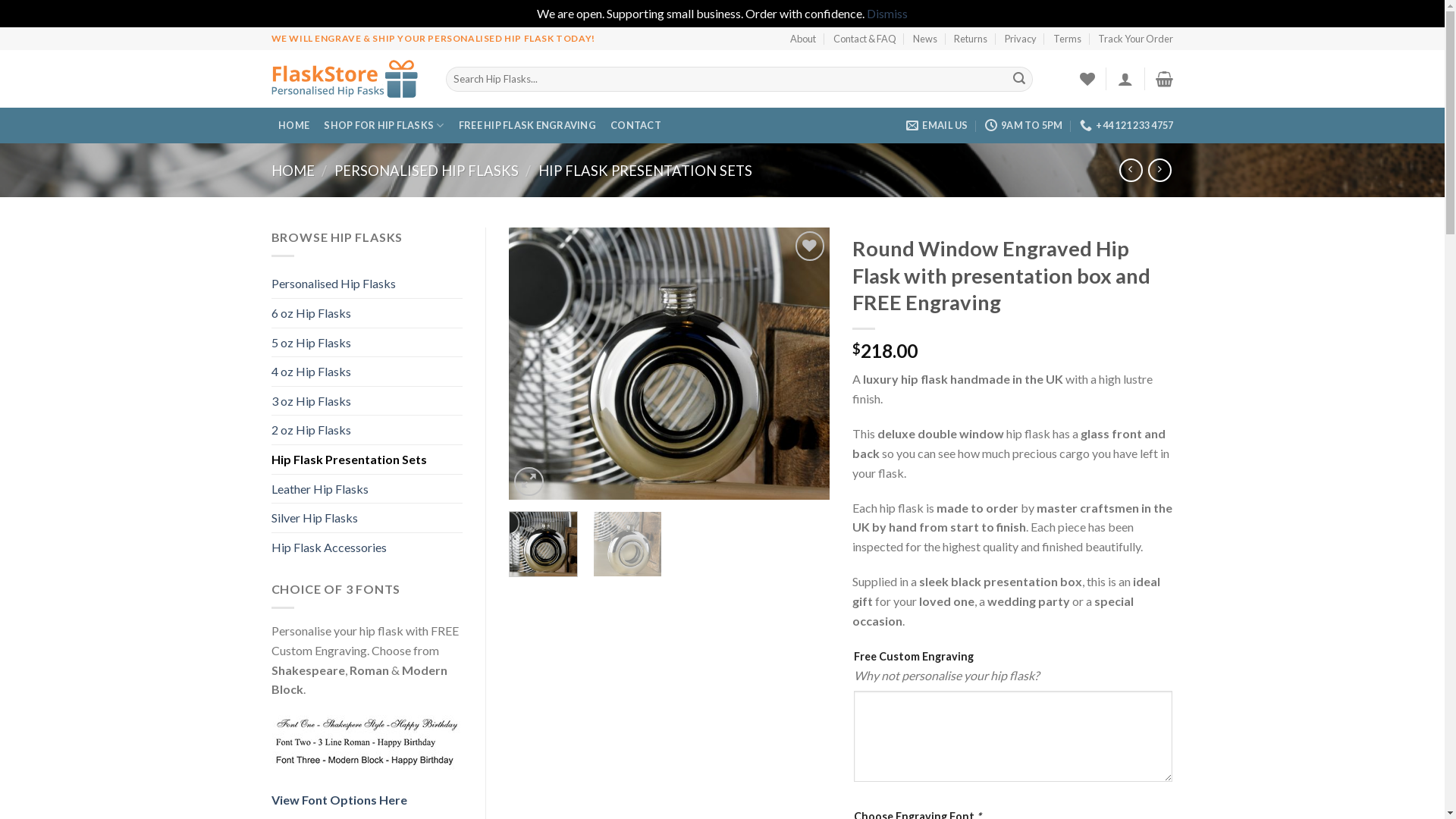 The width and height of the screenshot is (1456, 819). I want to click on 'Basket', so click(1163, 79).